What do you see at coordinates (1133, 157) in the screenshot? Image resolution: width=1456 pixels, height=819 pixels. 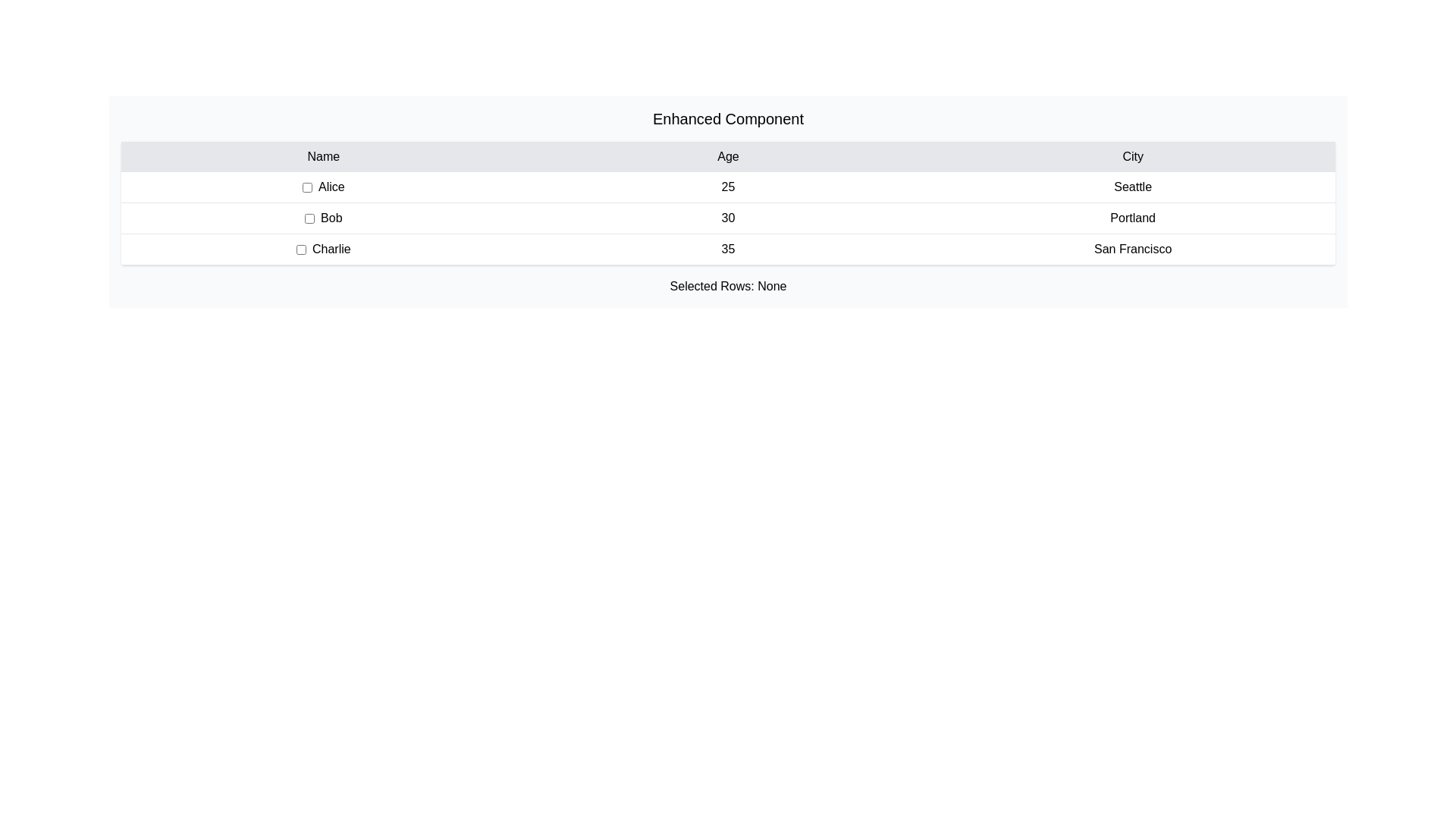 I see `the text label displaying 'City', which is styled with center-aligned bold text in a light gray background, located in the third column of a three-column grid layout in the header row` at bounding box center [1133, 157].